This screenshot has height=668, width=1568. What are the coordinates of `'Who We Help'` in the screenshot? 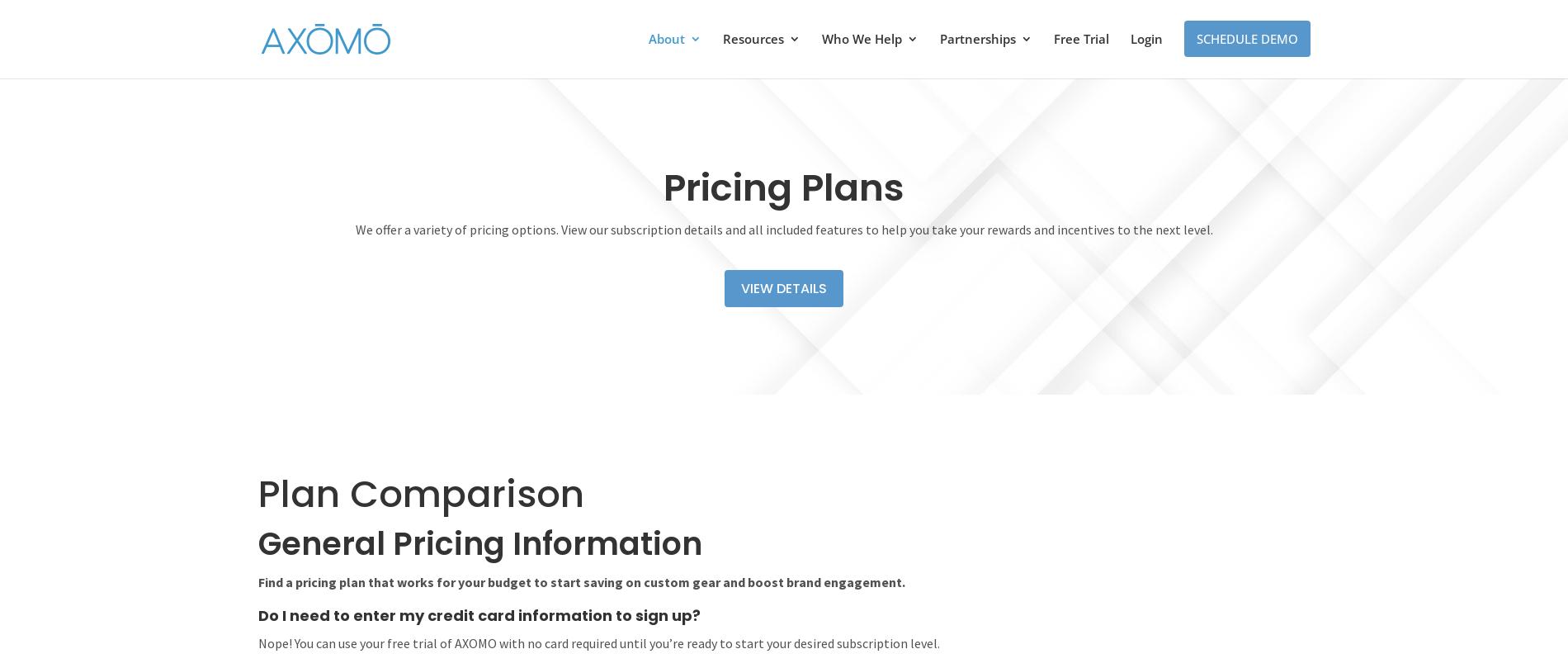 It's located at (861, 39).